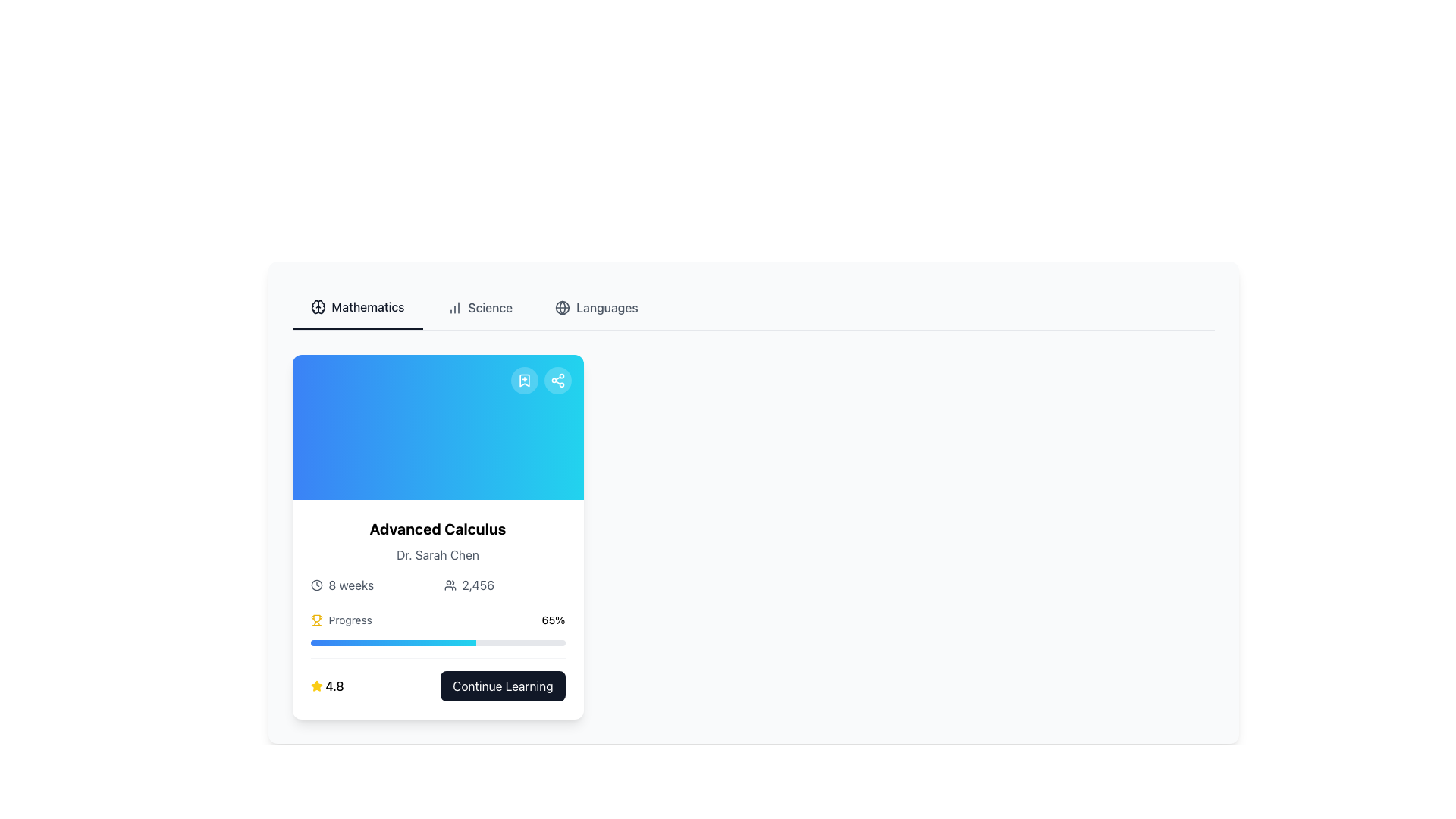 This screenshot has height=819, width=1456. Describe the element at coordinates (315, 620) in the screenshot. I see `the progress achievement icon located to the left of the 'Progress' label in the course details card` at that location.